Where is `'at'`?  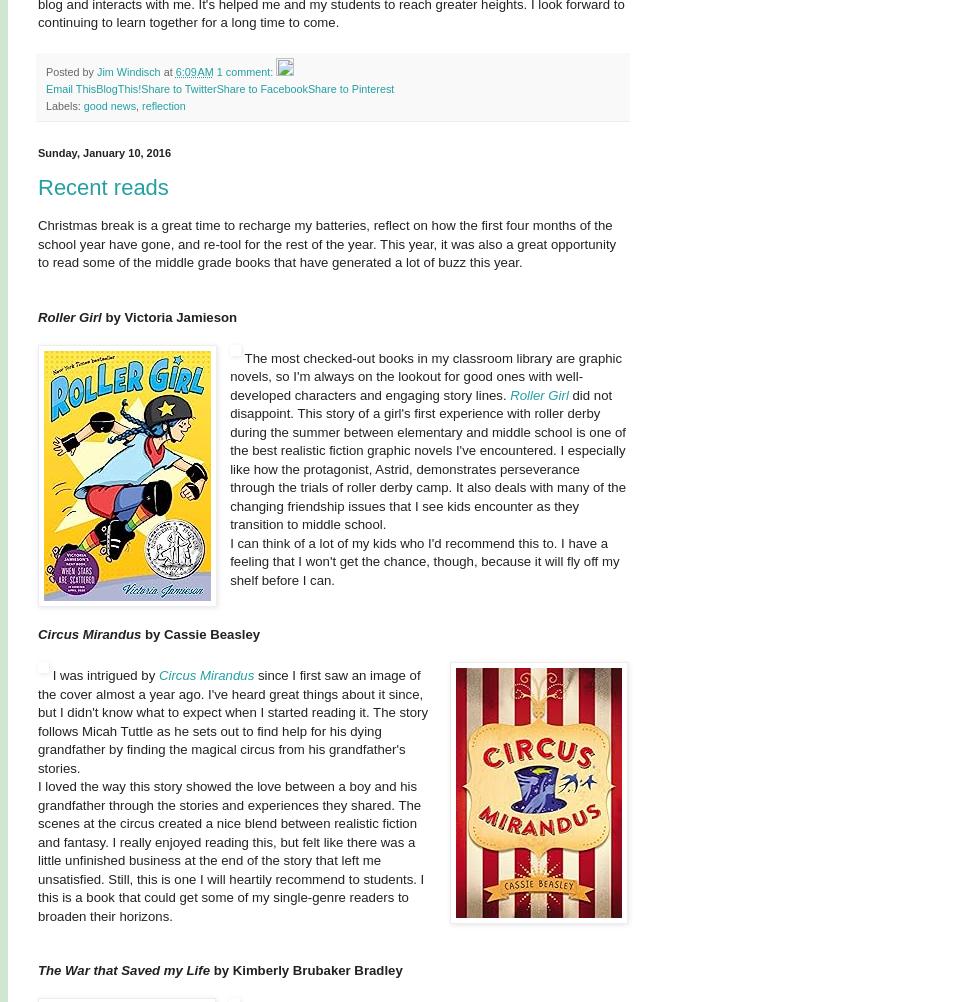
'at' is located at coordinates (169, 71).